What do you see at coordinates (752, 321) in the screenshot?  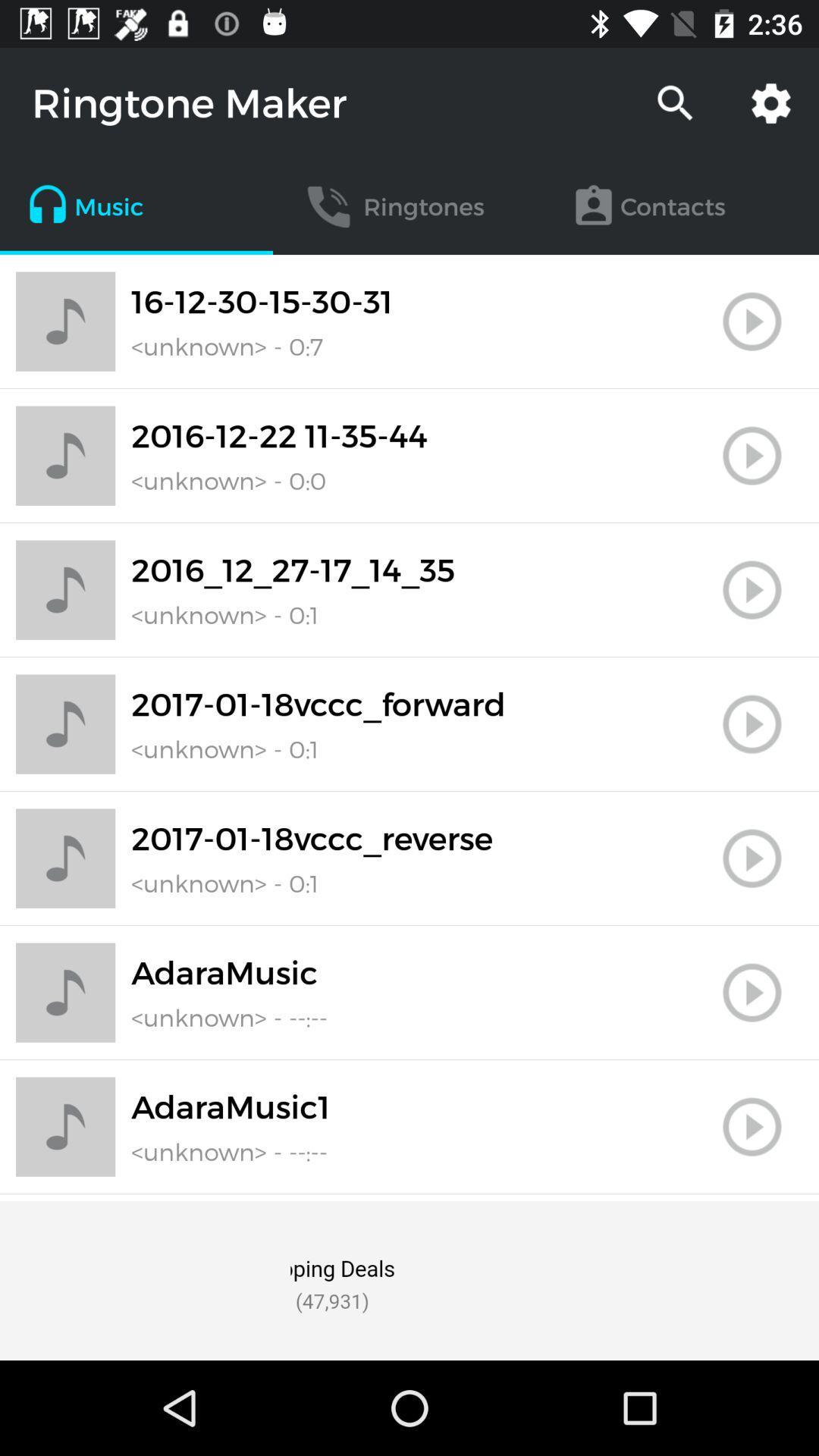 I see `play` at bounding box center [752, 321].